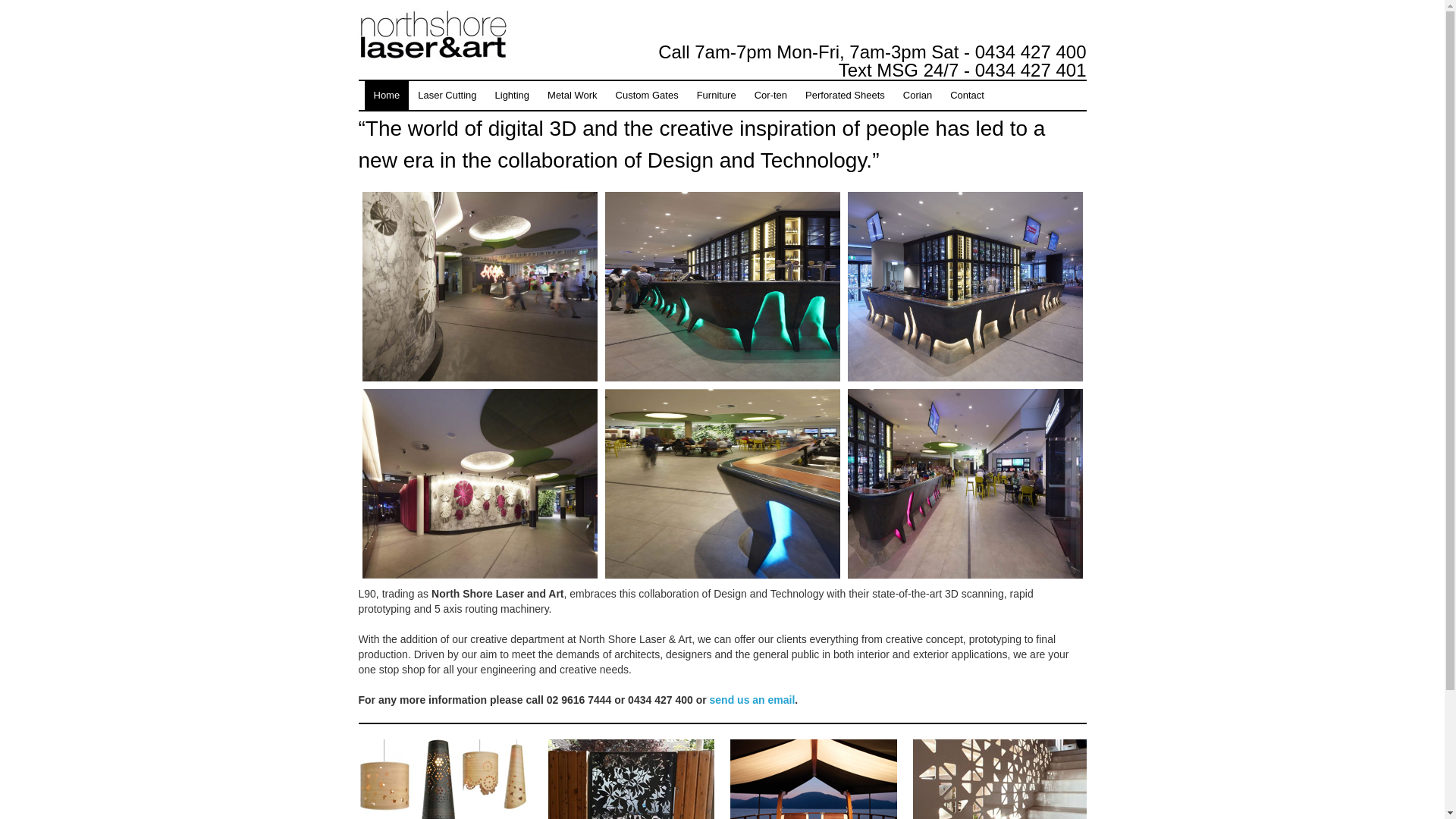 This screenshot has height=819, width=1456. I want to click on 'Contact', so click(966, 96).